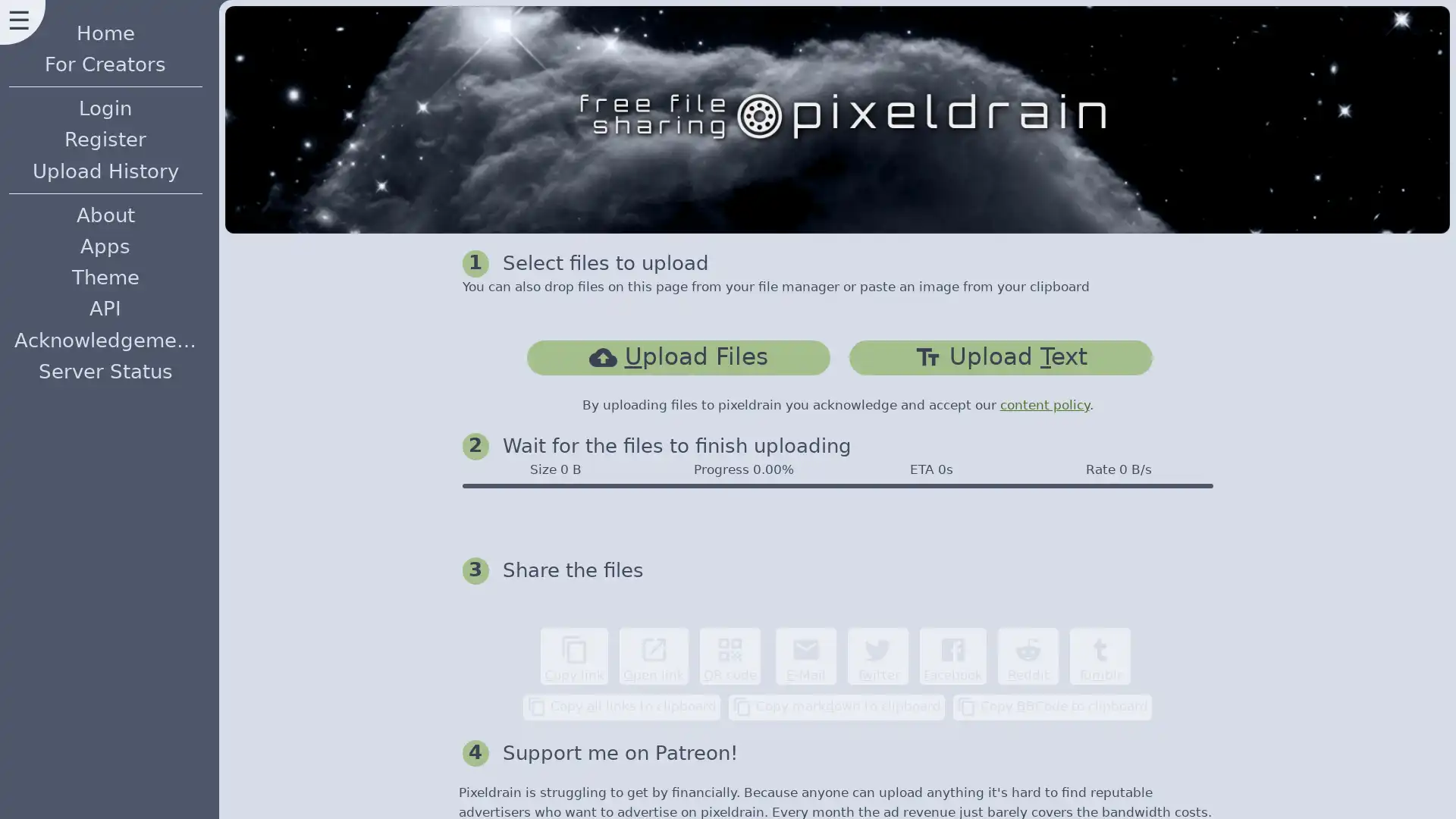 This screenshot has width=1456, height=819. I want to click on email E-Mail, so click(805, 655).